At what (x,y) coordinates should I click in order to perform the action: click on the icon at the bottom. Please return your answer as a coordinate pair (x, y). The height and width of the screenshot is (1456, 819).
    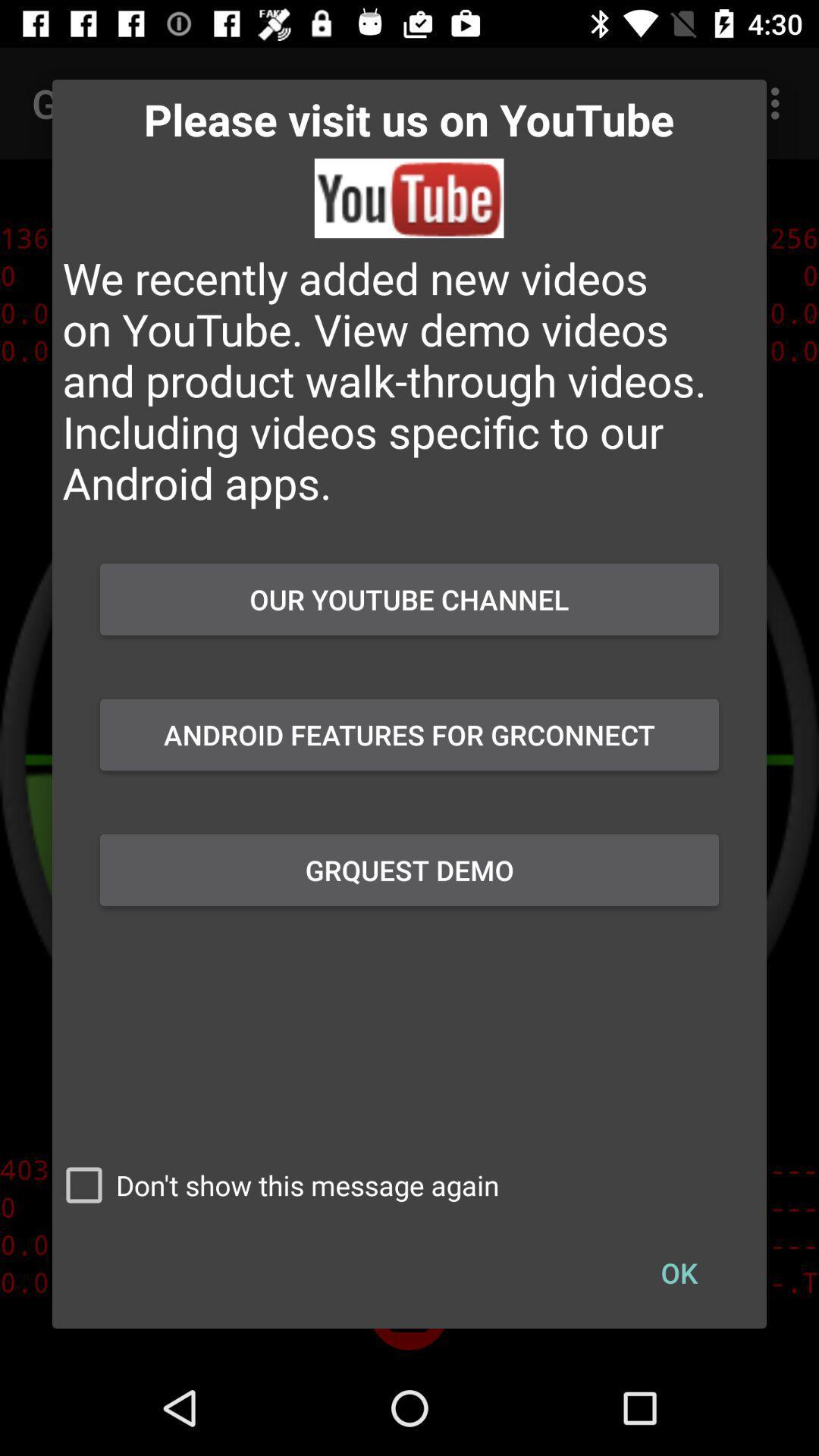
    Looking at the image, I should click on (275, 1185).